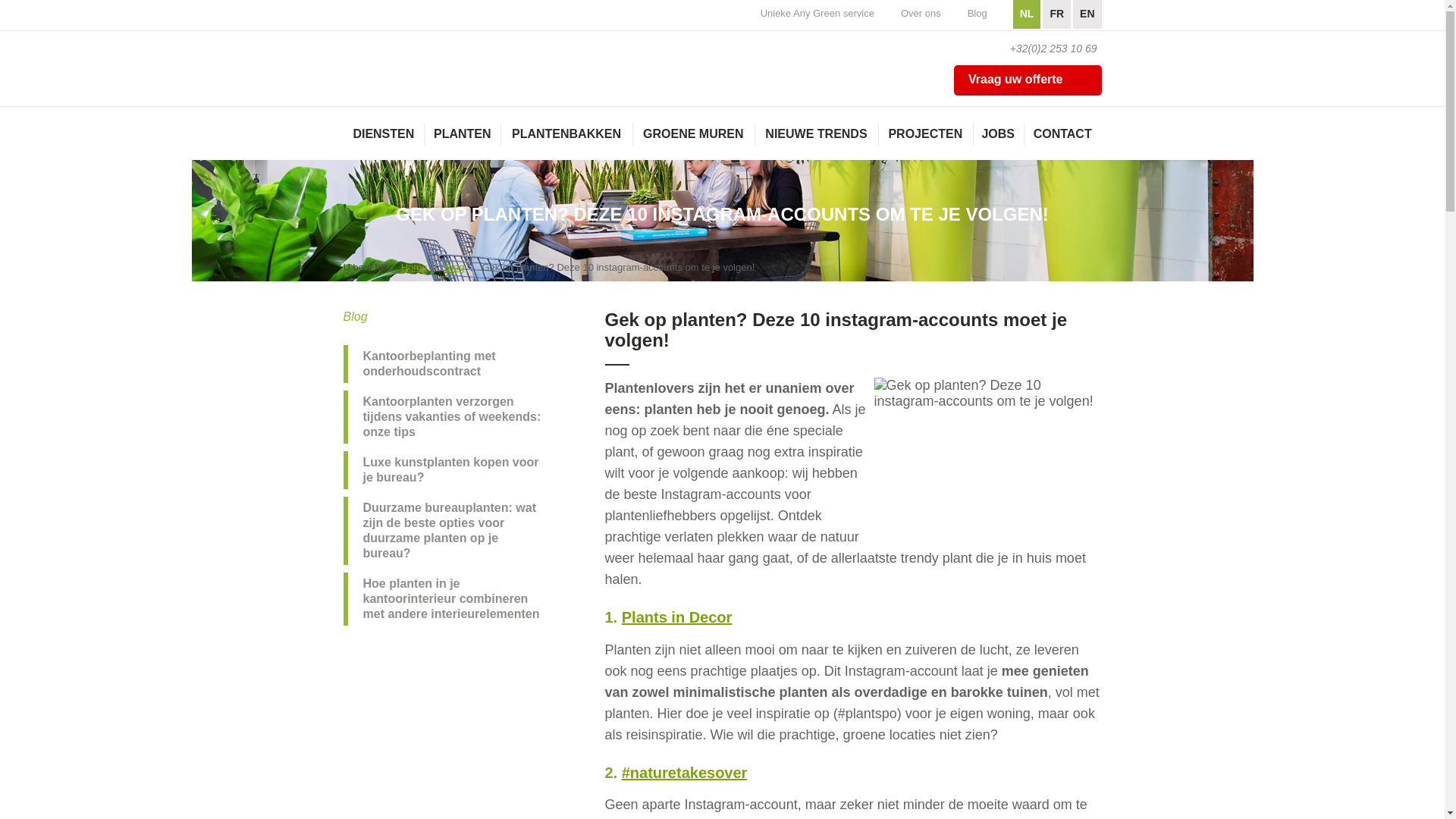  What do you see at coordinates (408, 52) in the screenshot?
I see `'AnyGreen'` at bounding box center [408, 52].